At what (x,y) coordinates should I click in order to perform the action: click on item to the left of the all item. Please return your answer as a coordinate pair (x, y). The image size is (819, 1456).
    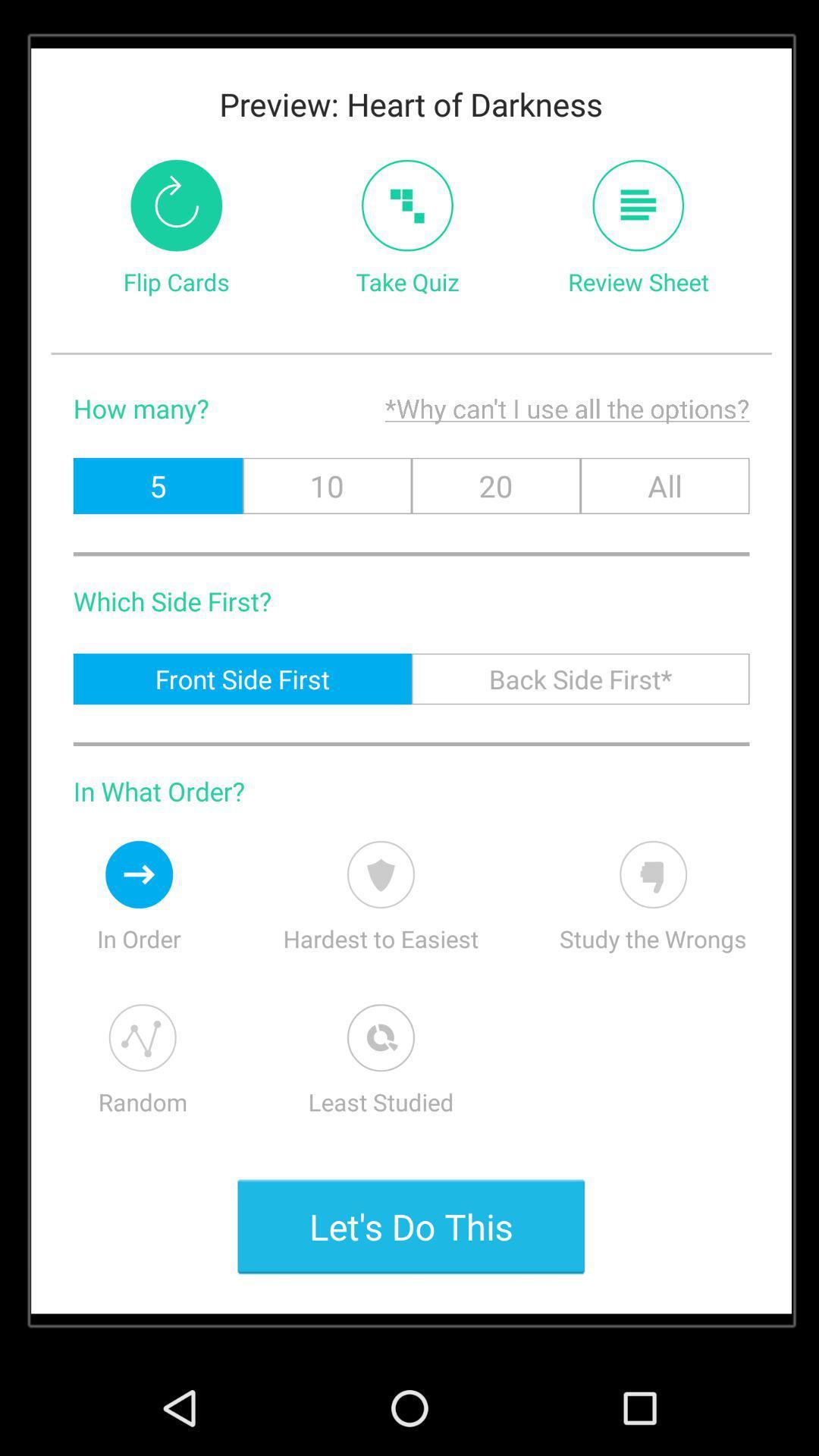
    Looking at the image, I should click on (496, 485).